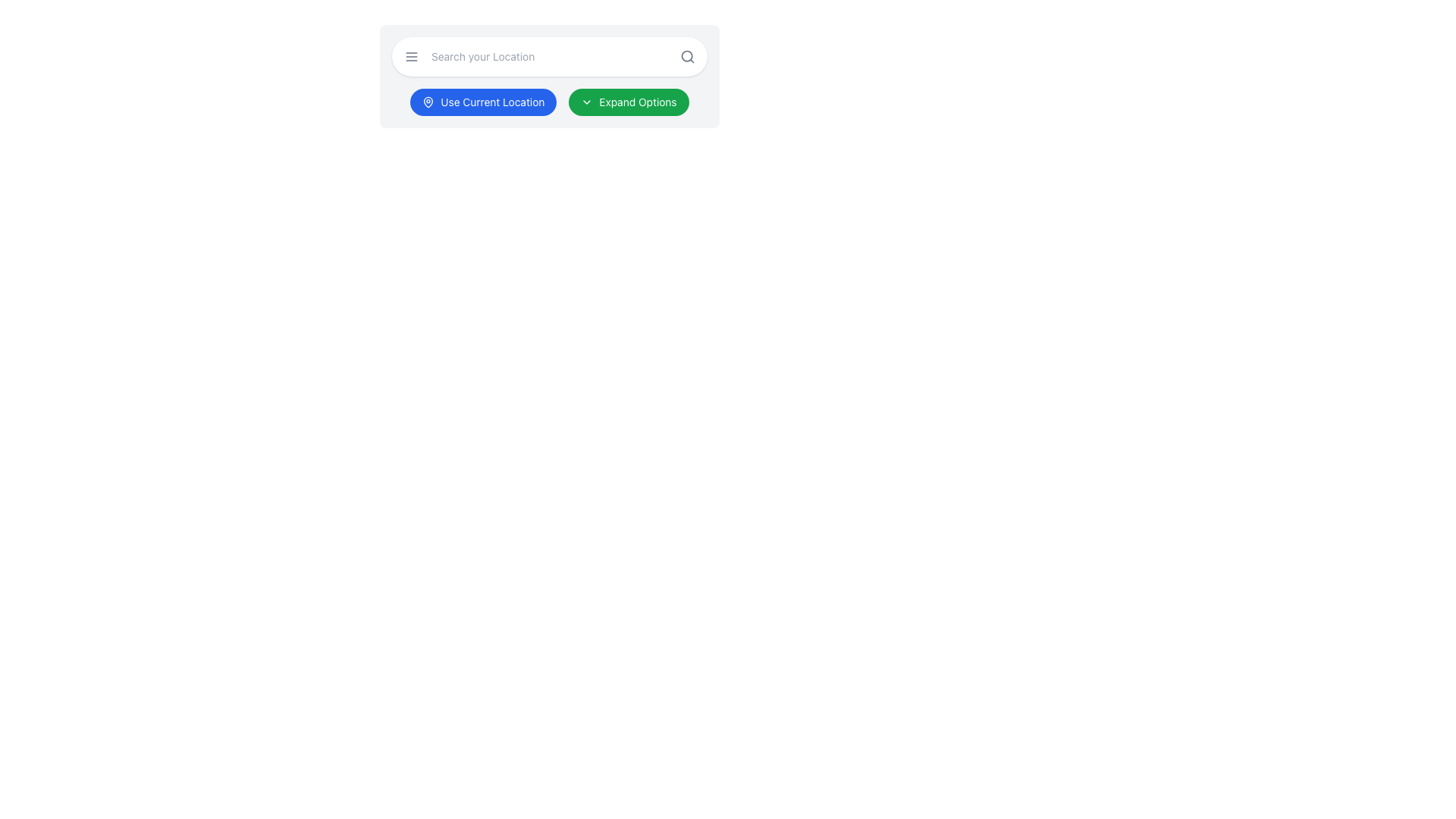 The image size is (1456, 819). Describe the element at coordinates (687, 55) in the screenshot. I see `the magnifying glass icon button located at the rightmost end of the search bar, which changes color on hover` at that location.